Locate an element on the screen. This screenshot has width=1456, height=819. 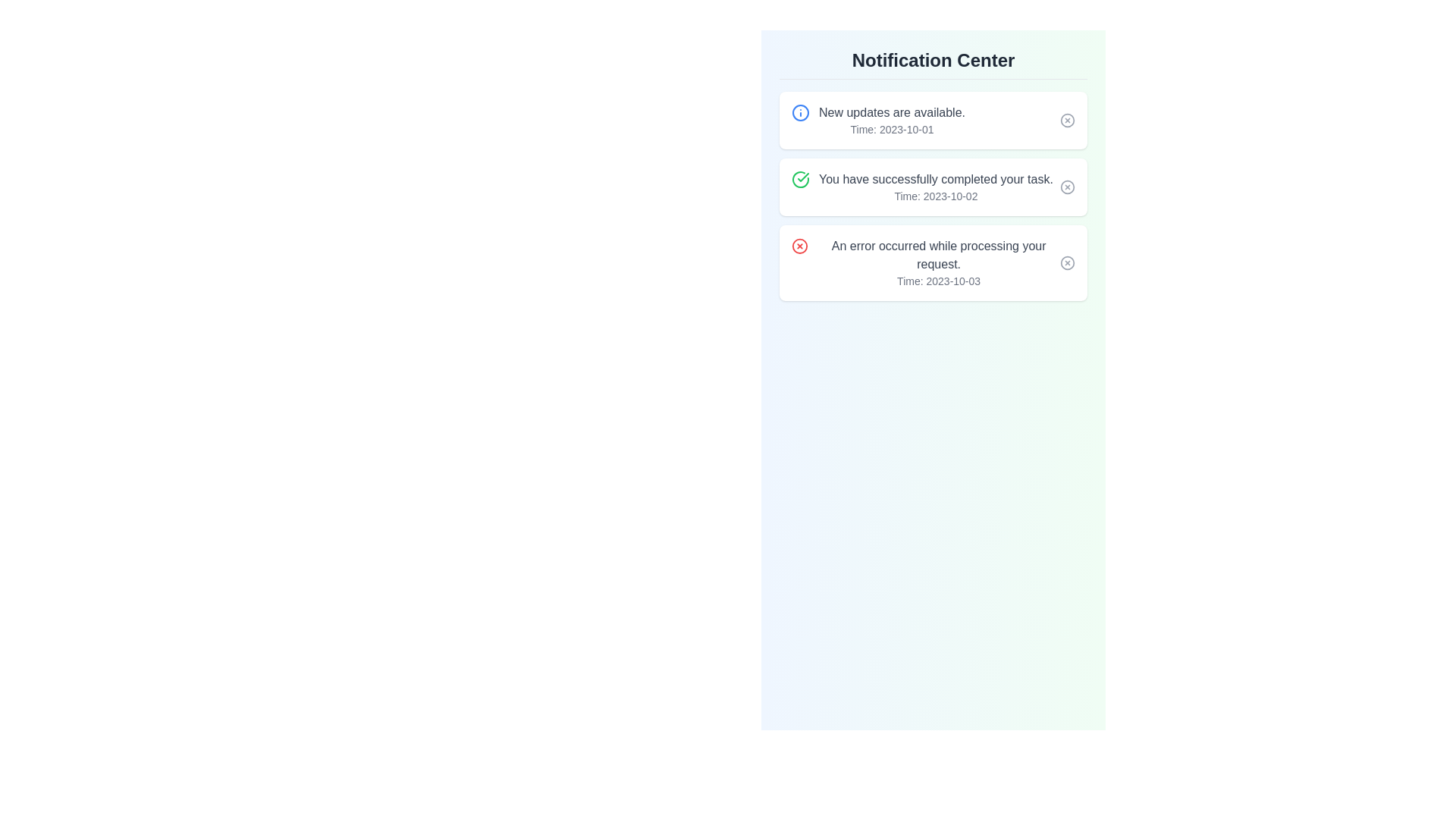
the informational text label indicating a successfully completed task located in the center-right area of the second notification card, which is accompanied by a green check icon is located at coordinates (935, 178).